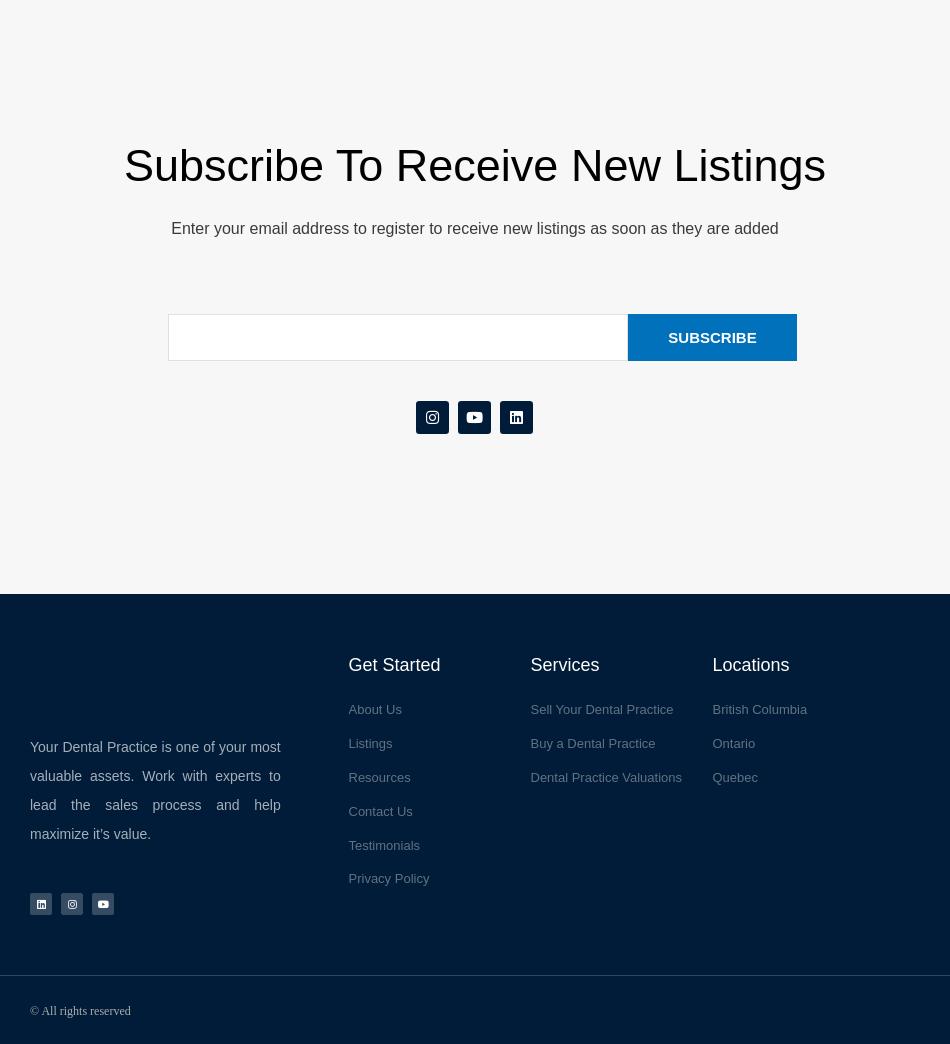  What do you see at coordinates (346, 708) in the screenshot?
I see `'About Us'` at bounding box center [346, 708].